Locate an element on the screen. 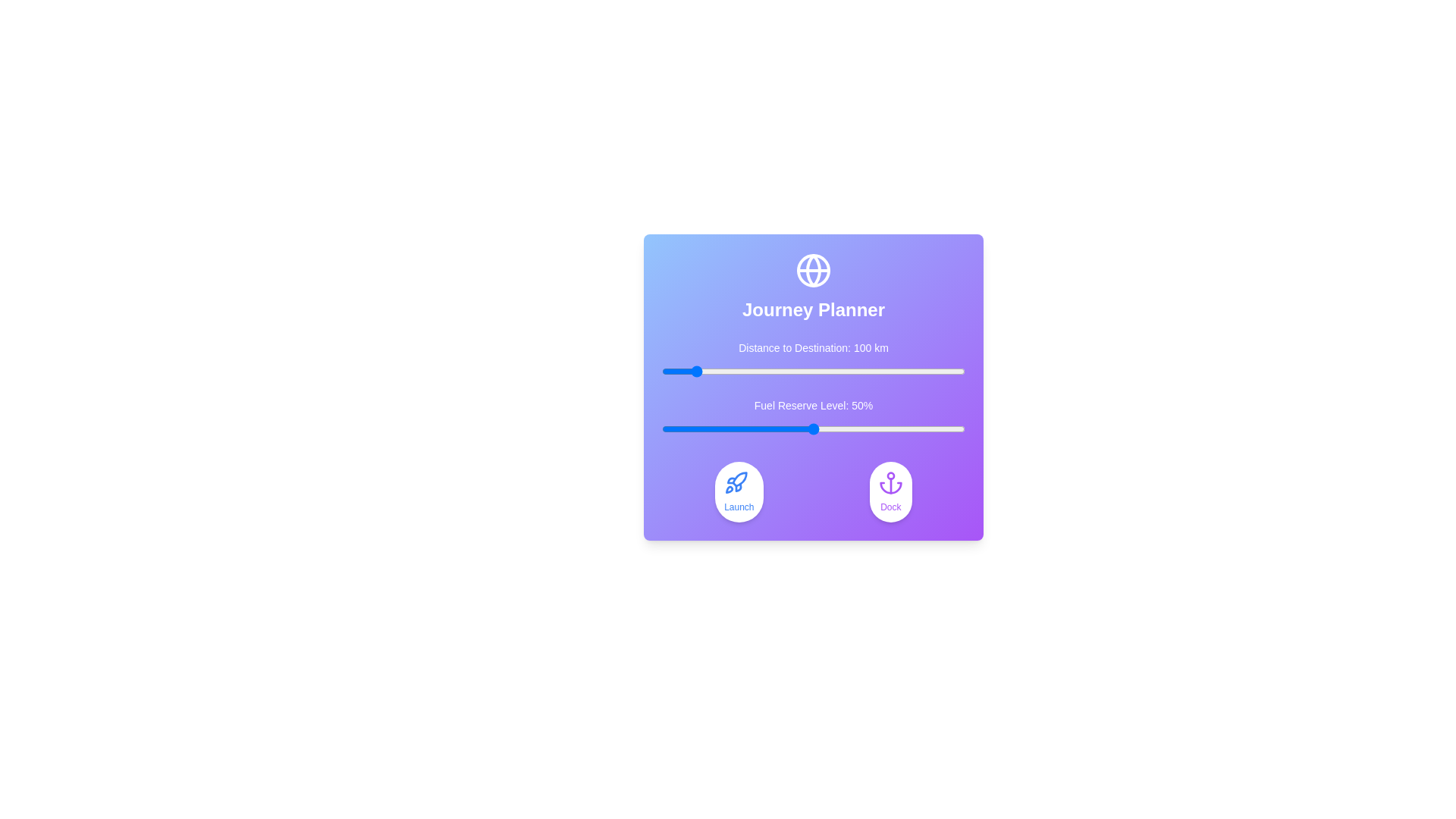 Image resolution: width=1456 pixels, height=819 pixels. the distance slider to 758 km is located at coordinates (892, 371).